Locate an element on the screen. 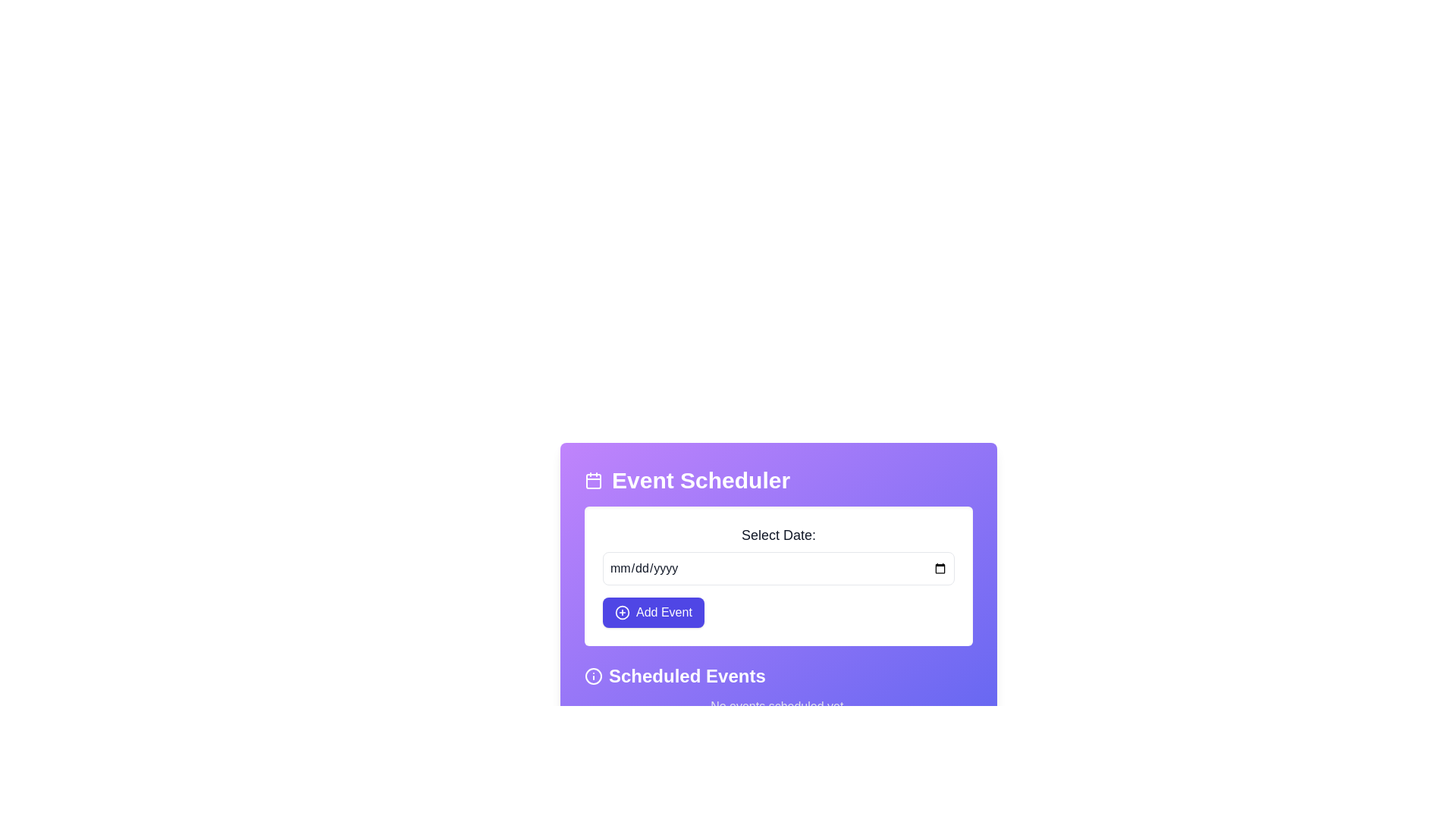  the decorative icon representing scheduling or calendar functionality located at the top-left corner of the 'Event Scheduler' header, preceding the text 'Event Scheduler' is located at coordinates (592, 480).